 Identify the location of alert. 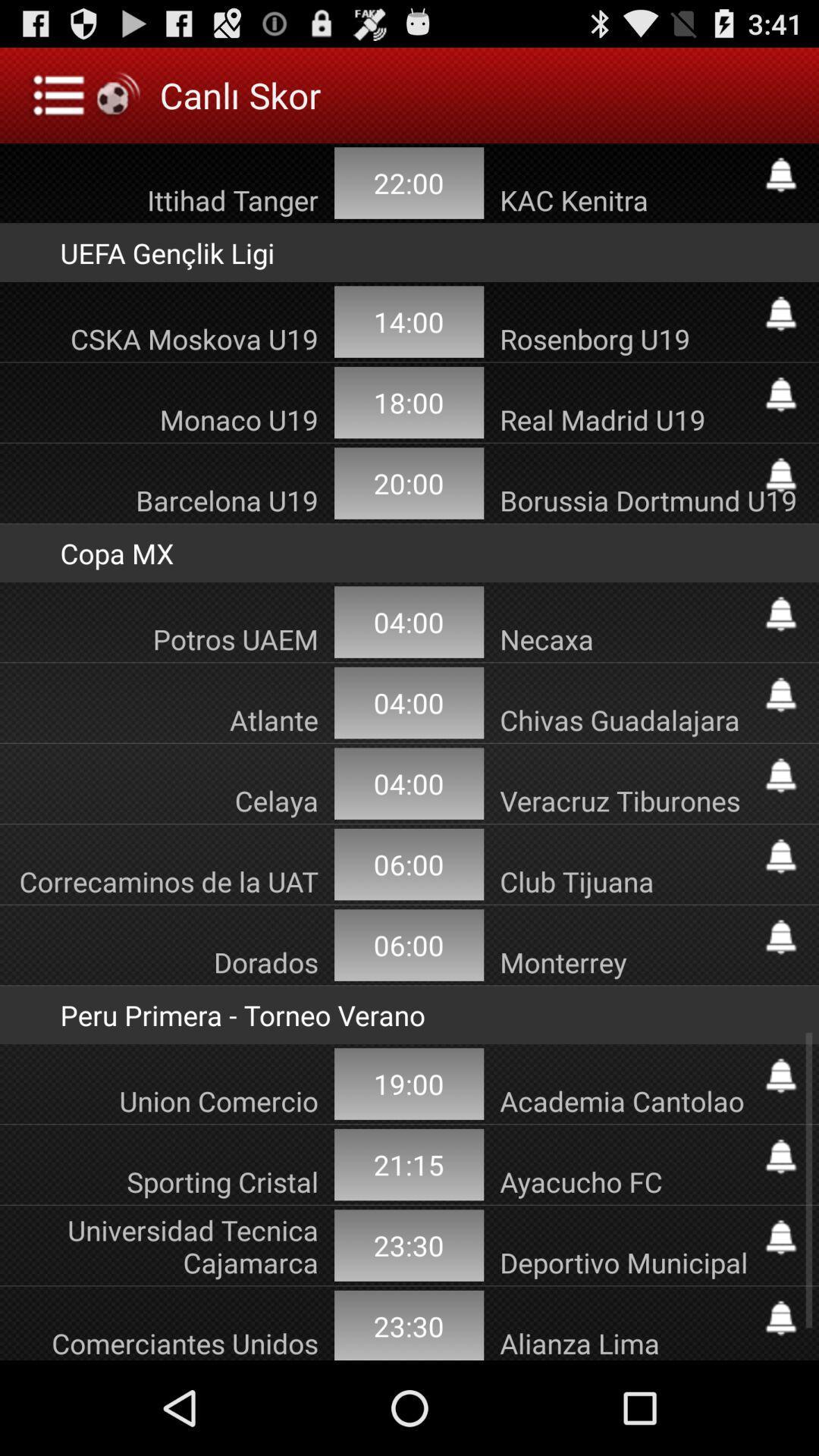
(780, 856).